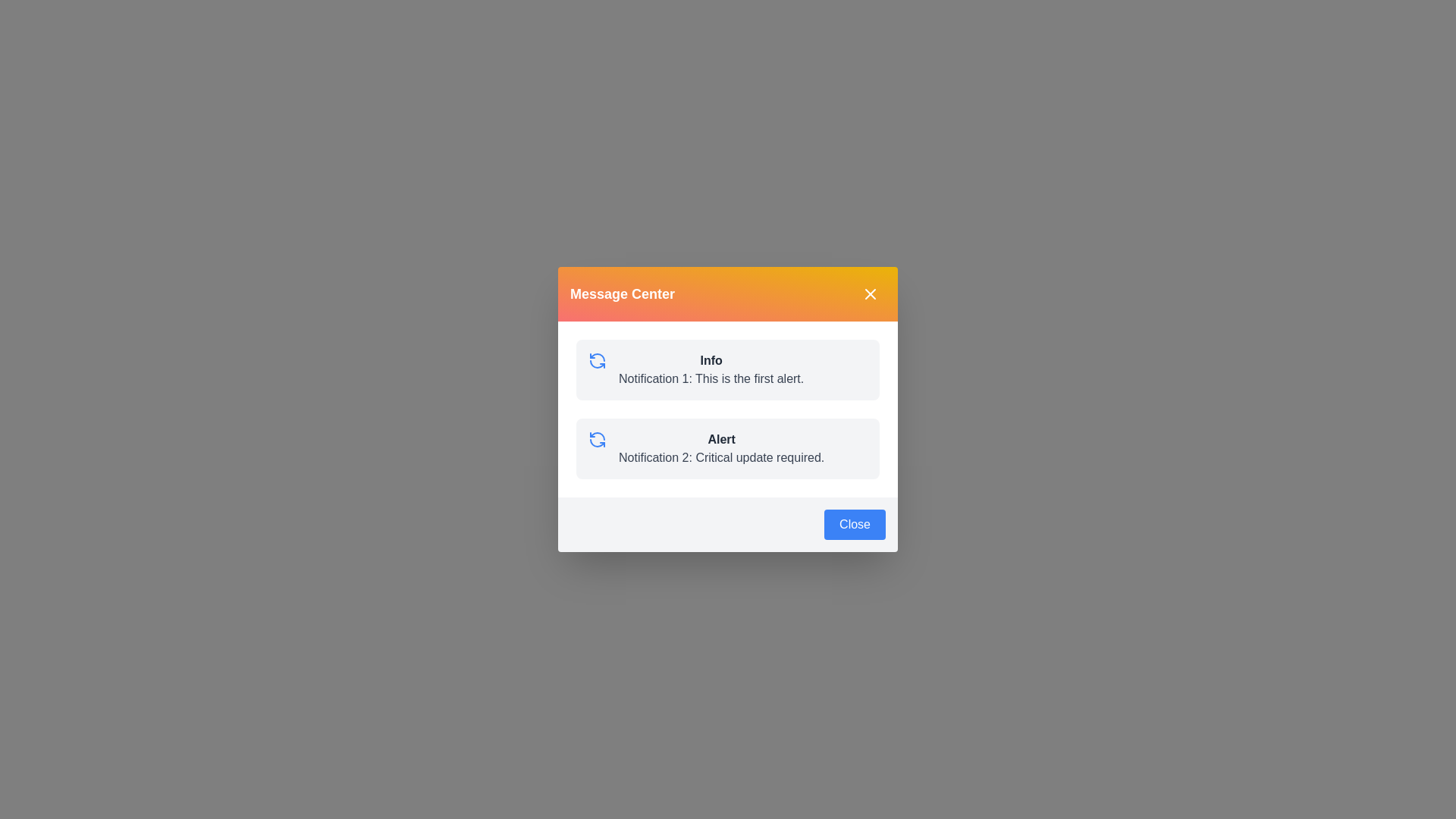  What do you see at coordinates (596, 360) in the screenshot?
I see `the notification icon for Info` at bounding box center [596, 360].